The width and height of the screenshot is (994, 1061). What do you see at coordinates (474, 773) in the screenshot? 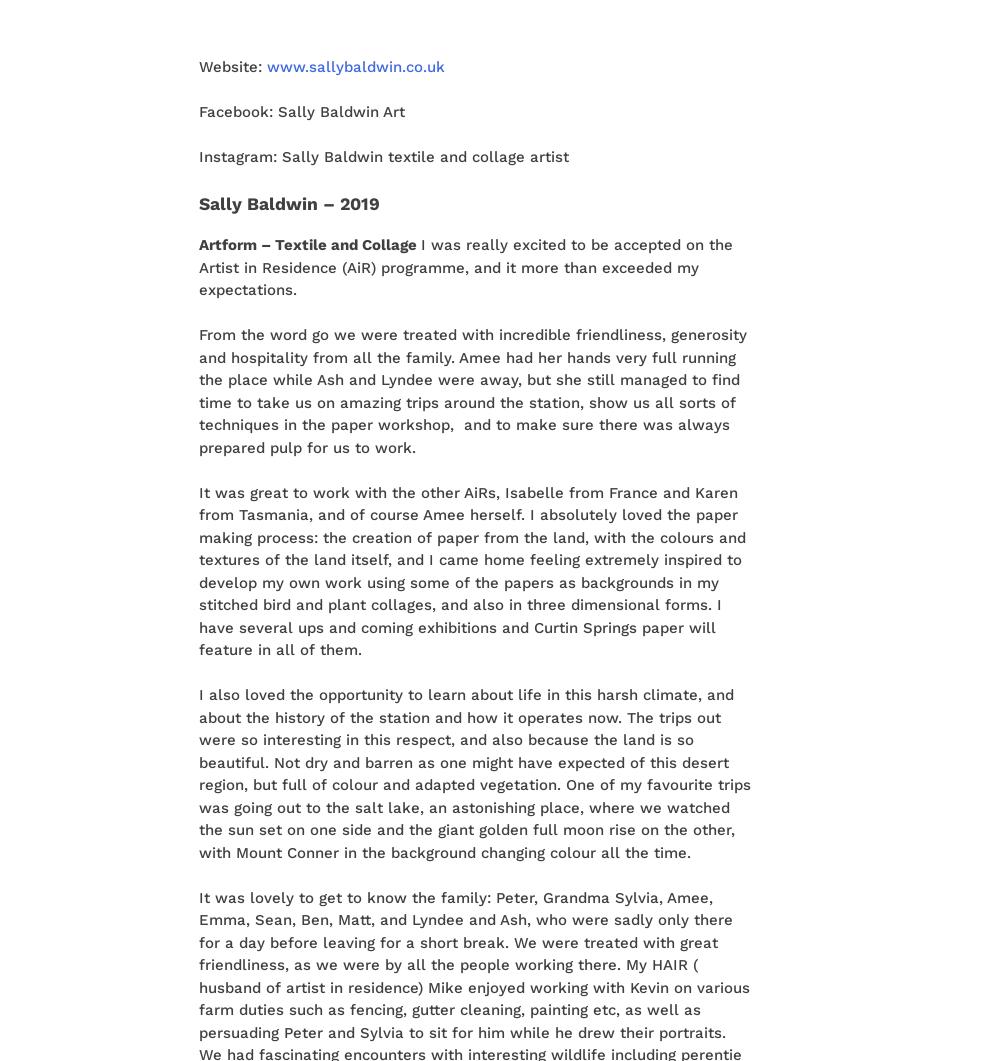
I see `'I also loved the opportunity to learn about life in this harsh climate, and about the history of the station and how it operates now. The trips out were so interesting in this respect, and also because the land is so beautiful. Not dry and barren as one might have expected of this desert region, but full of colour and adapted vegetation. One of my favourite trips was going out to the salt lake, an astonishing place, where we watched the sun set on one side and the giant golden full moon rise on the other, with Mount Conner in the background changing colour all the time.'` at bounding box center [474, 773].